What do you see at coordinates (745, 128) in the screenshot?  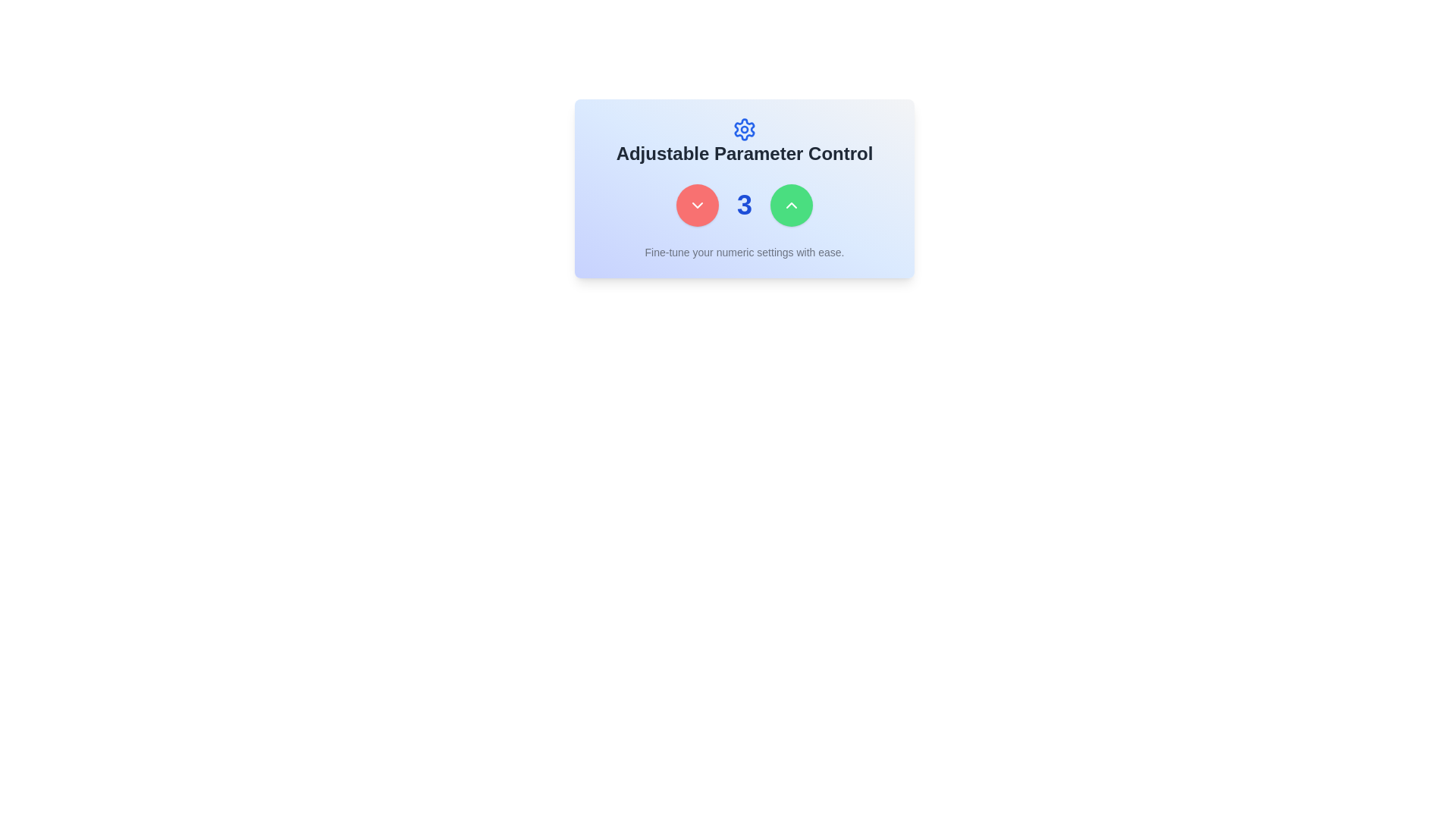 I see `the settings icon represented by a cogwheel located in the center of the blue-themed header section` at bounding box center [745, 128].